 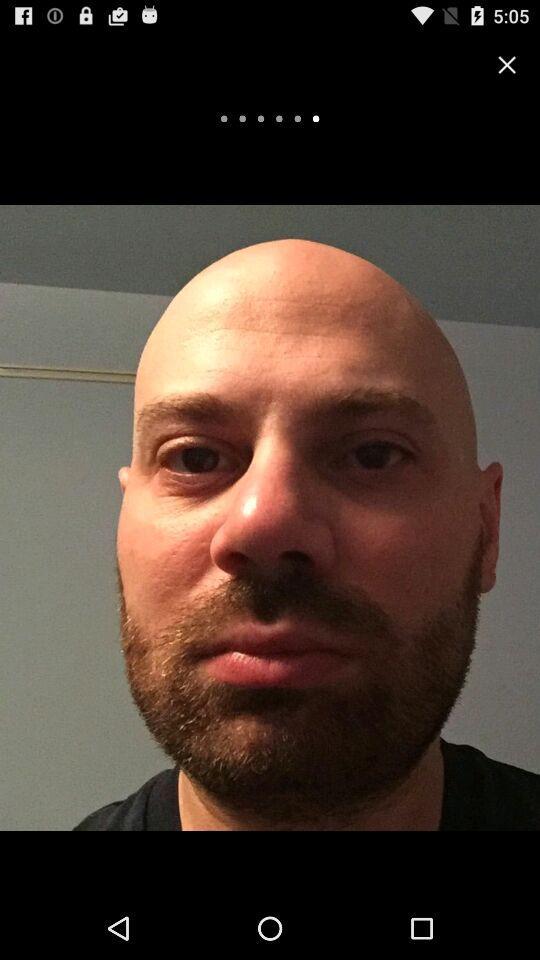 What do you see at coordinates (507, 68) in the screenshot?
I see `the close icon` at bounding box center [507, 68].